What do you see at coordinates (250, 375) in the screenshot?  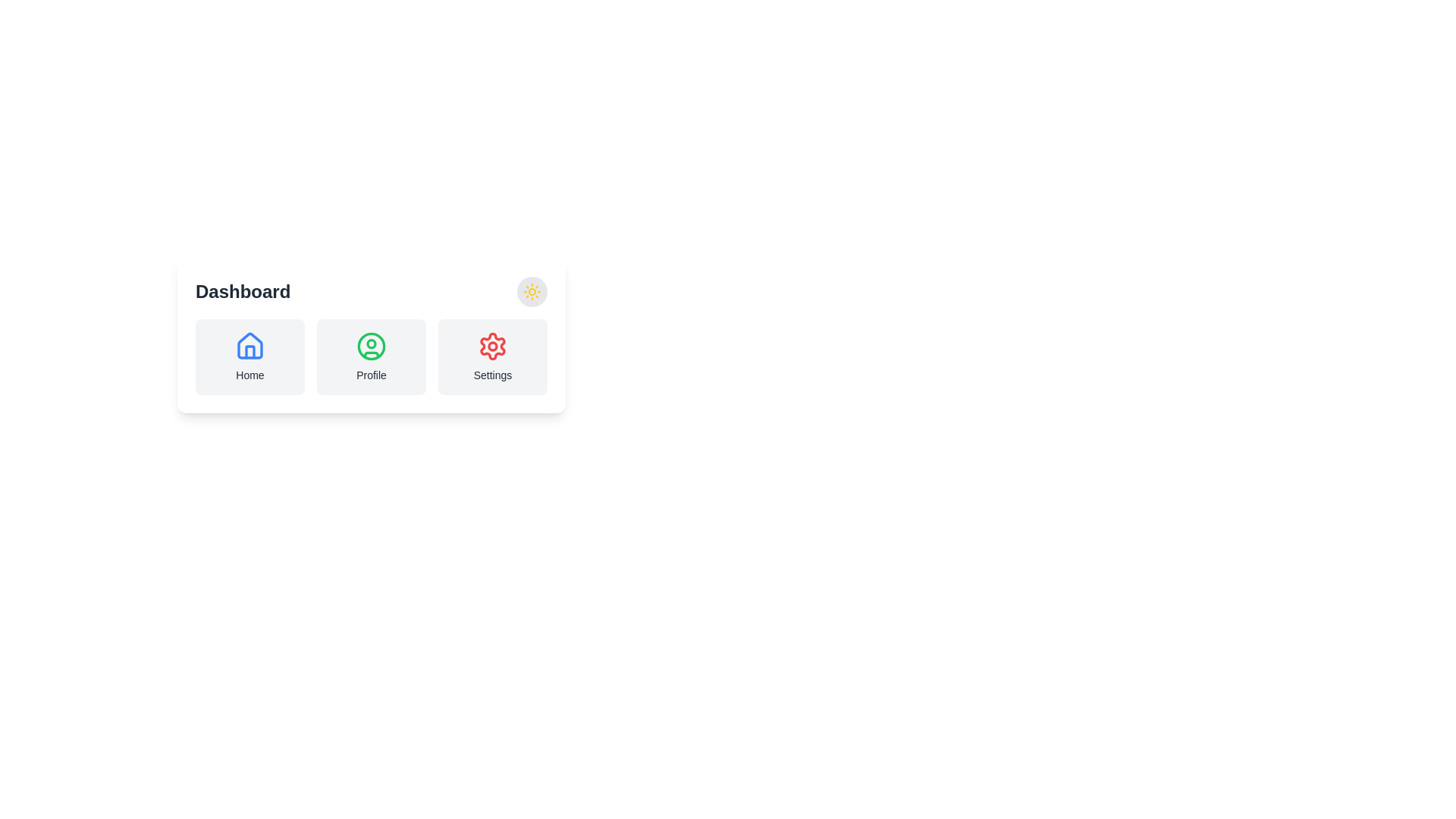 I see `the Text Label located under the house icon in the 'Home' section, which indicates the purpose of the associated section or button` at bounding box center [250, 375].